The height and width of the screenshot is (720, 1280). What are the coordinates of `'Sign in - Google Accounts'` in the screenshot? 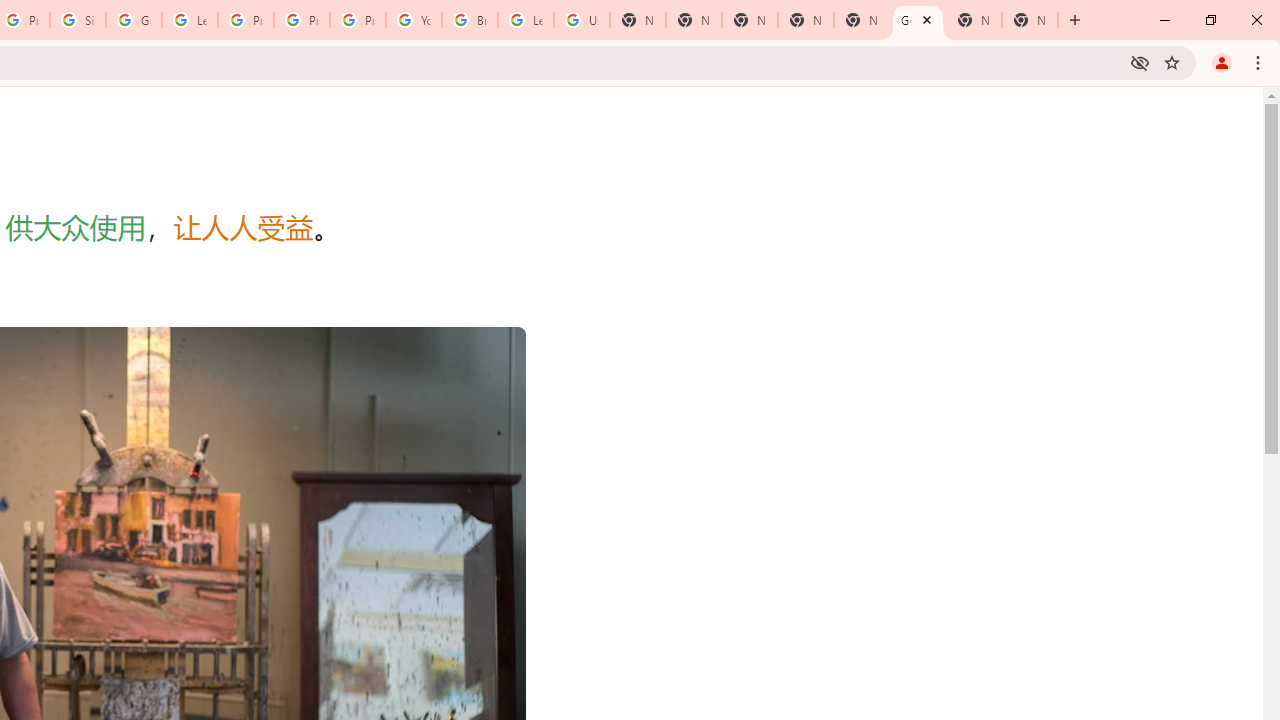 It's located at (78, 20).